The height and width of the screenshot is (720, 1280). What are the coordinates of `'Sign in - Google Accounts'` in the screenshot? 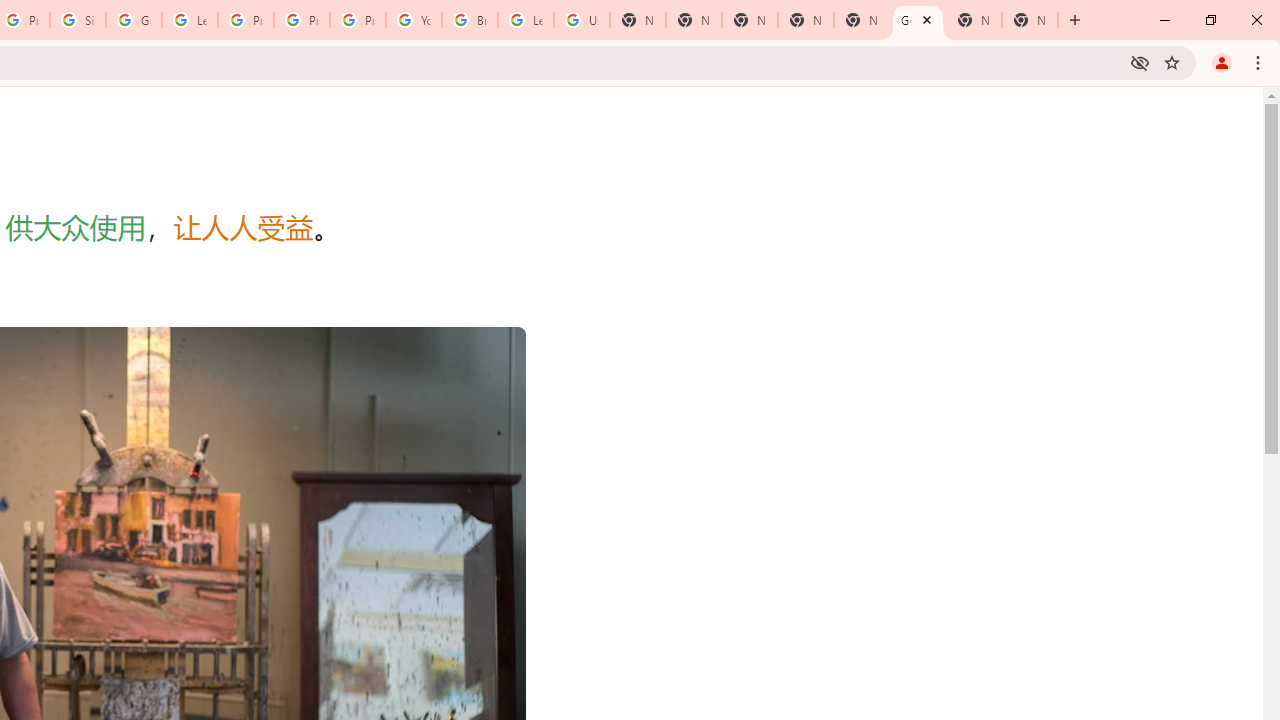 It's located at (78, 20).